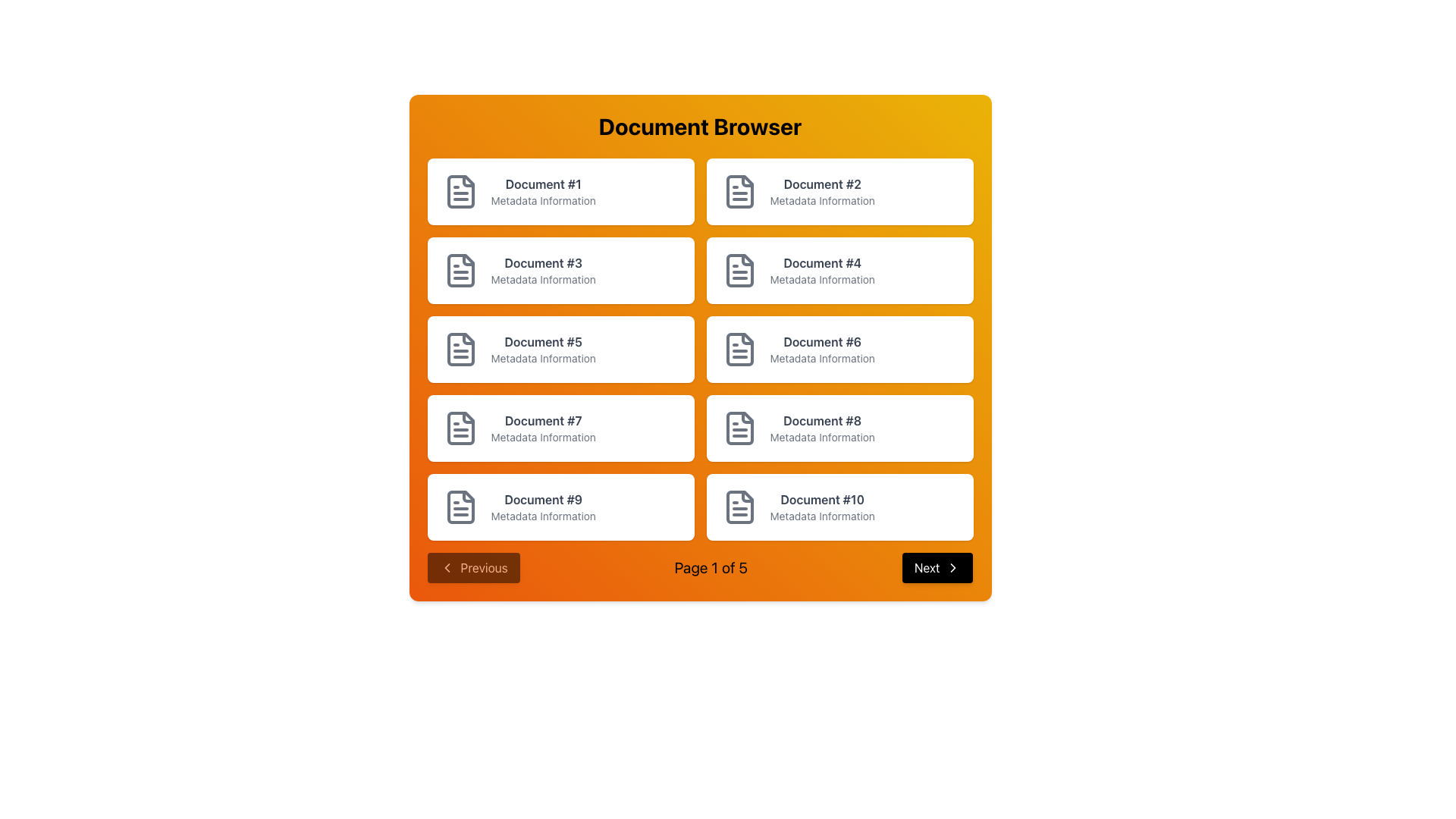  I want to click on the text label 'Metadata Information' which is styled with a small gray font and positioned below 'Document #2' in the second card of the right column within a document browser interface, so click(821, 200).